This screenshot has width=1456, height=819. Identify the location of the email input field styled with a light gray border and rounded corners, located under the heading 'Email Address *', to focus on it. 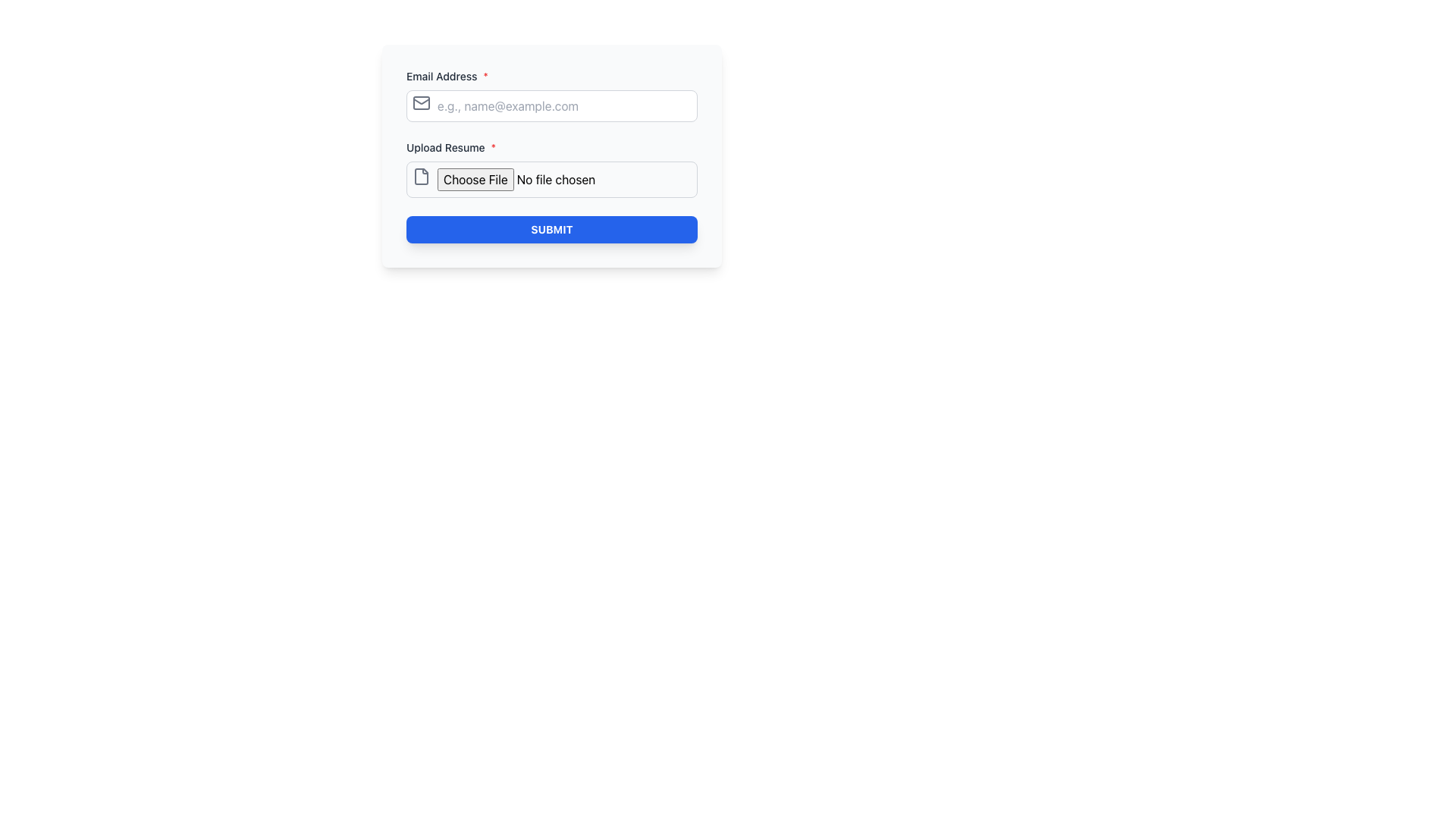
(551, 105).